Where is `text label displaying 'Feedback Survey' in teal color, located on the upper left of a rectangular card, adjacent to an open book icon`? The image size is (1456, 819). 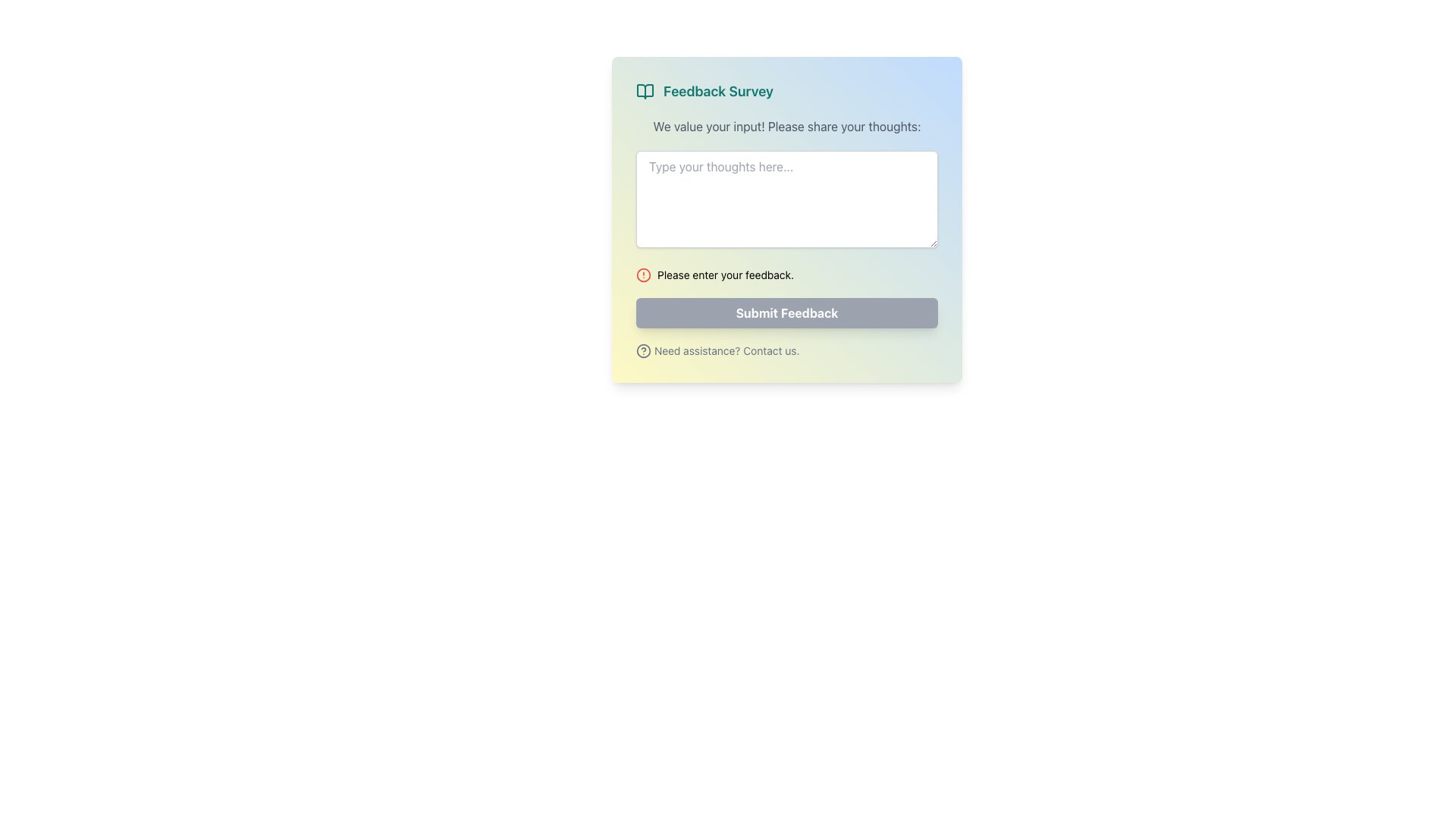 text label displaying 'Feedback Survey' in teal color, located on the upper left of a rectangular card, adjacent to an open book icon is located at coordinates (717, 91).